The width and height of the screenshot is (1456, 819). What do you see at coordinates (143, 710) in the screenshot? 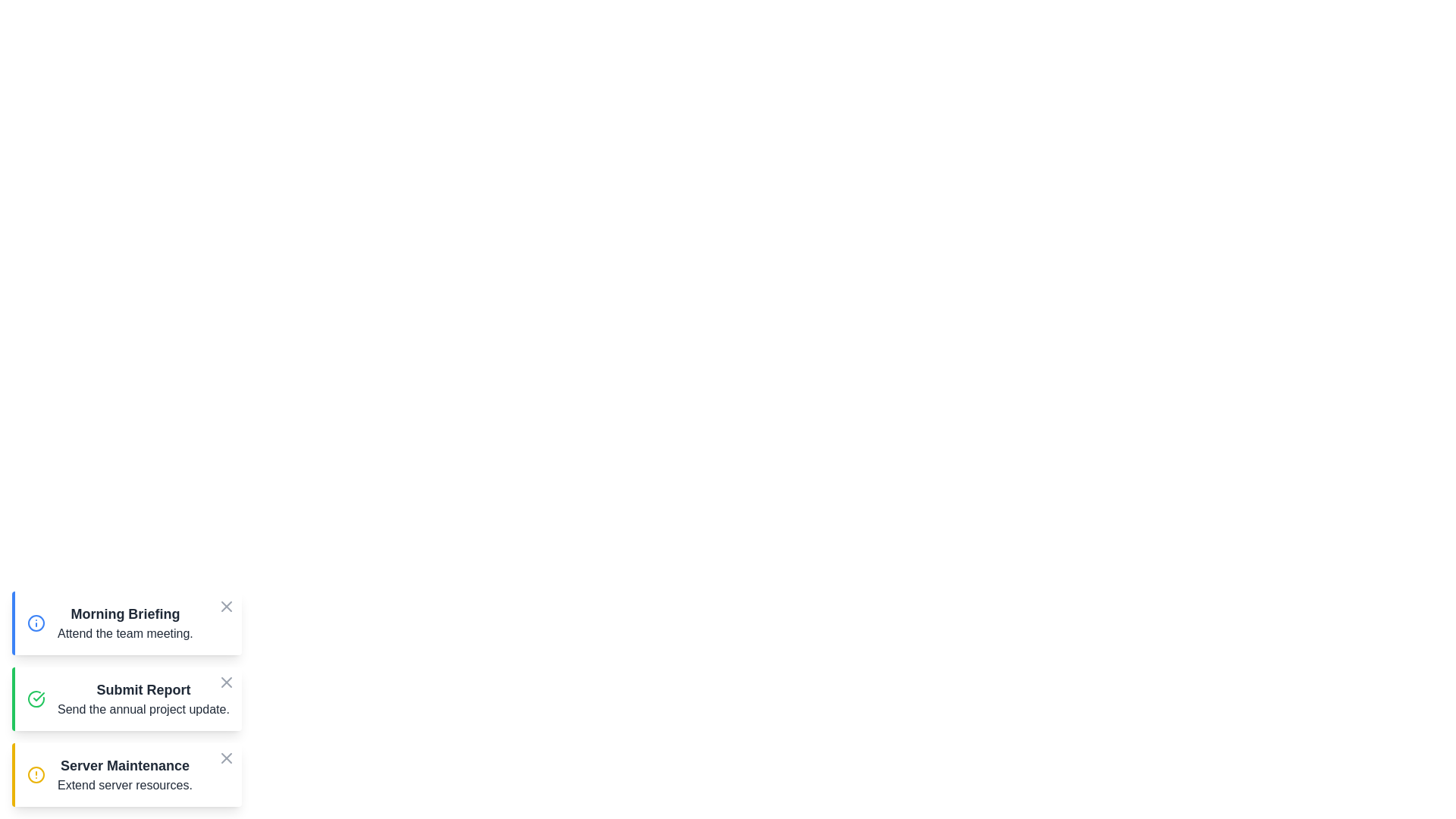
I see `text element providing additional details about the task titled 'Submit Report', located directly below the heading 'Submit Report'` at bounding box center [143, 710].